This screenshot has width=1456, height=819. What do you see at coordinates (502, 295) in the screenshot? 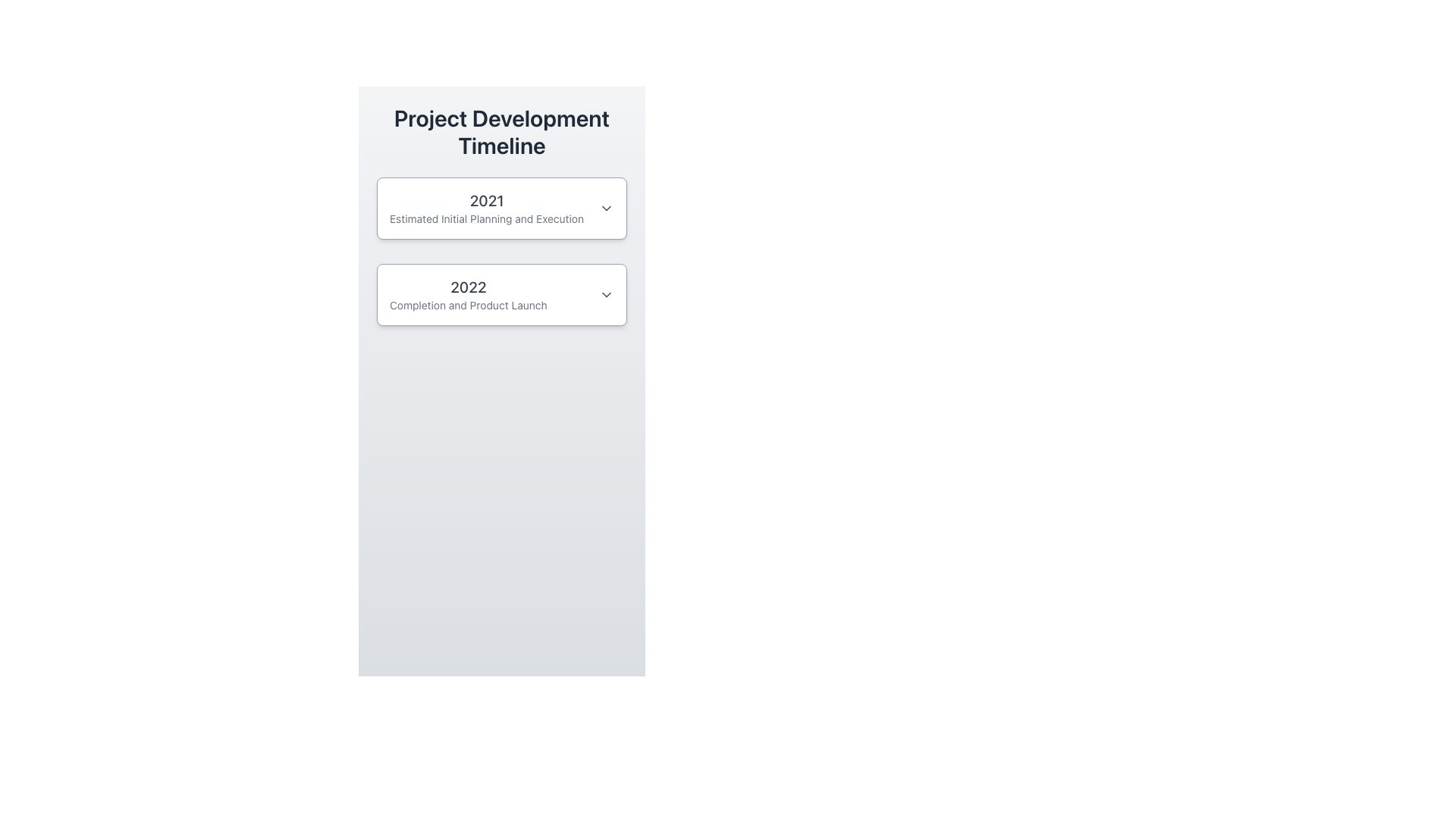
I see `the Collapsible list item titled '2022' with a subtitle 'Completion and Product Launch', which is styled with a larger bold font and has an arrow icon on the right, located below the 'Project Development Timeline' header` at bounding box center [502, 295].